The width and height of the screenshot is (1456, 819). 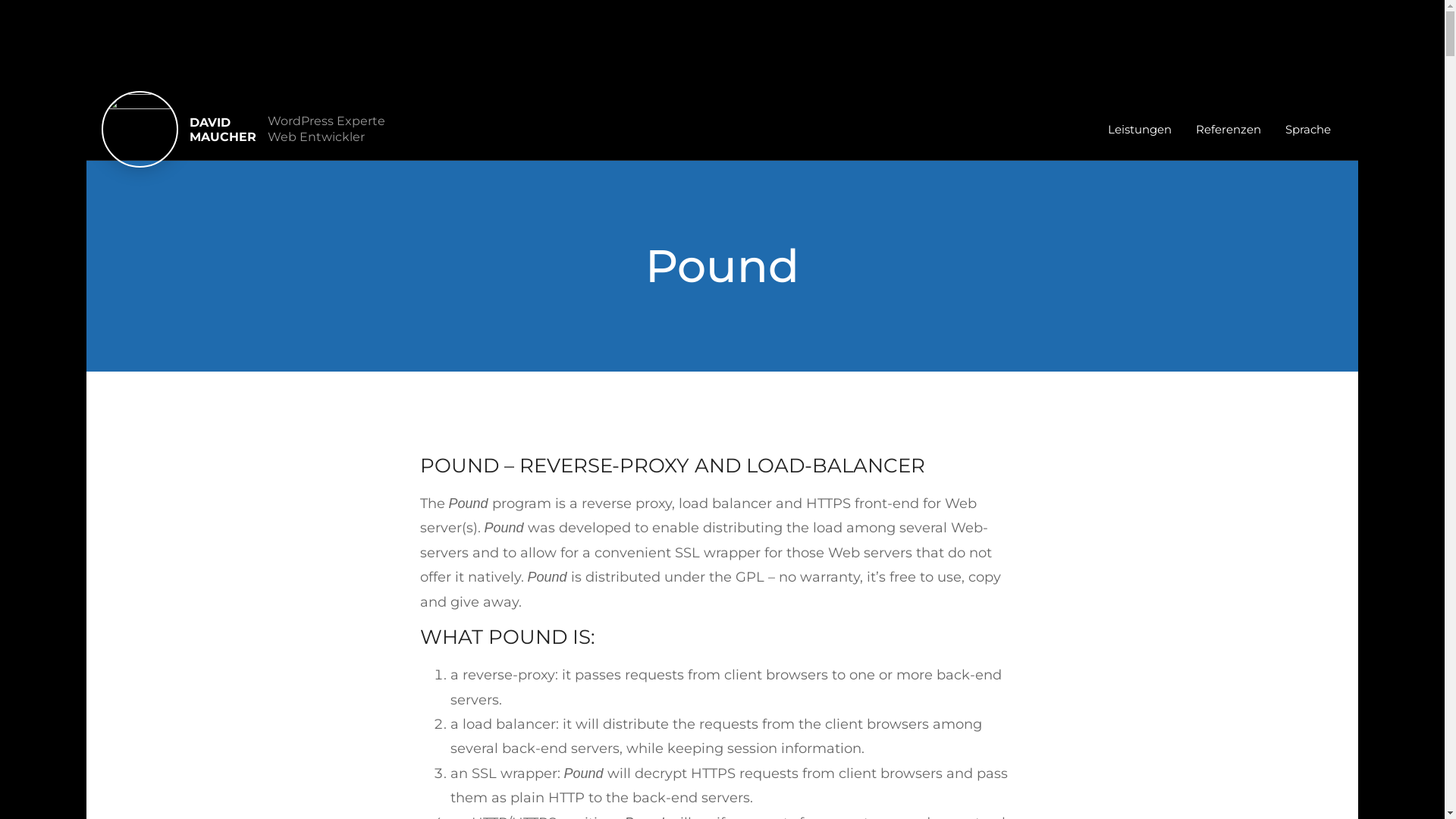 What do you see at coordinates (325, 127) in the screenshot?
I see `'WordPress Experte` at bounding box center [325, 127].